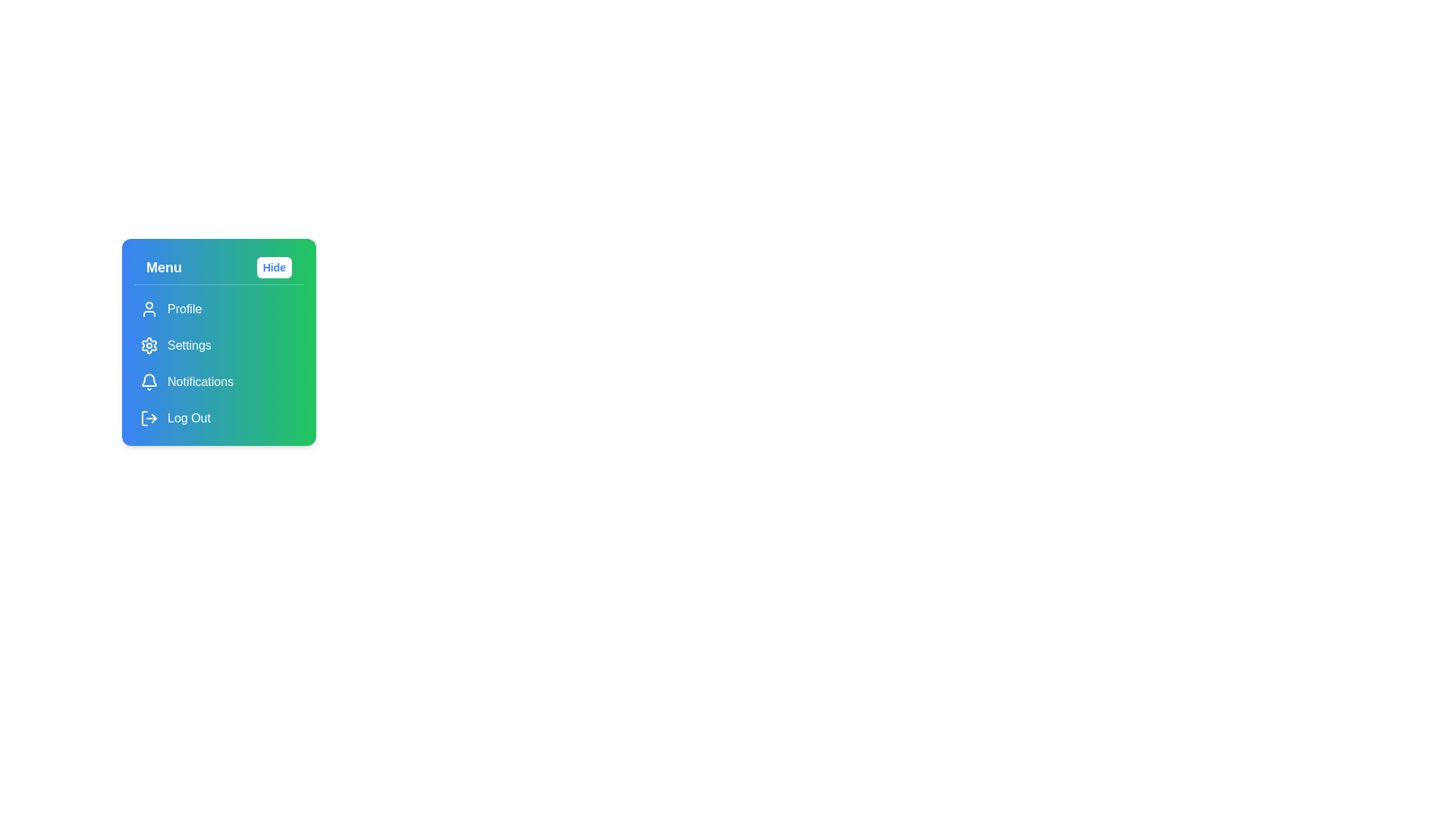 The image size is (1456, 819). I want to click on the button in the top-right corner of the panel with a gradient blue-to-green background to hide the menu or panel, so click(274, 267).